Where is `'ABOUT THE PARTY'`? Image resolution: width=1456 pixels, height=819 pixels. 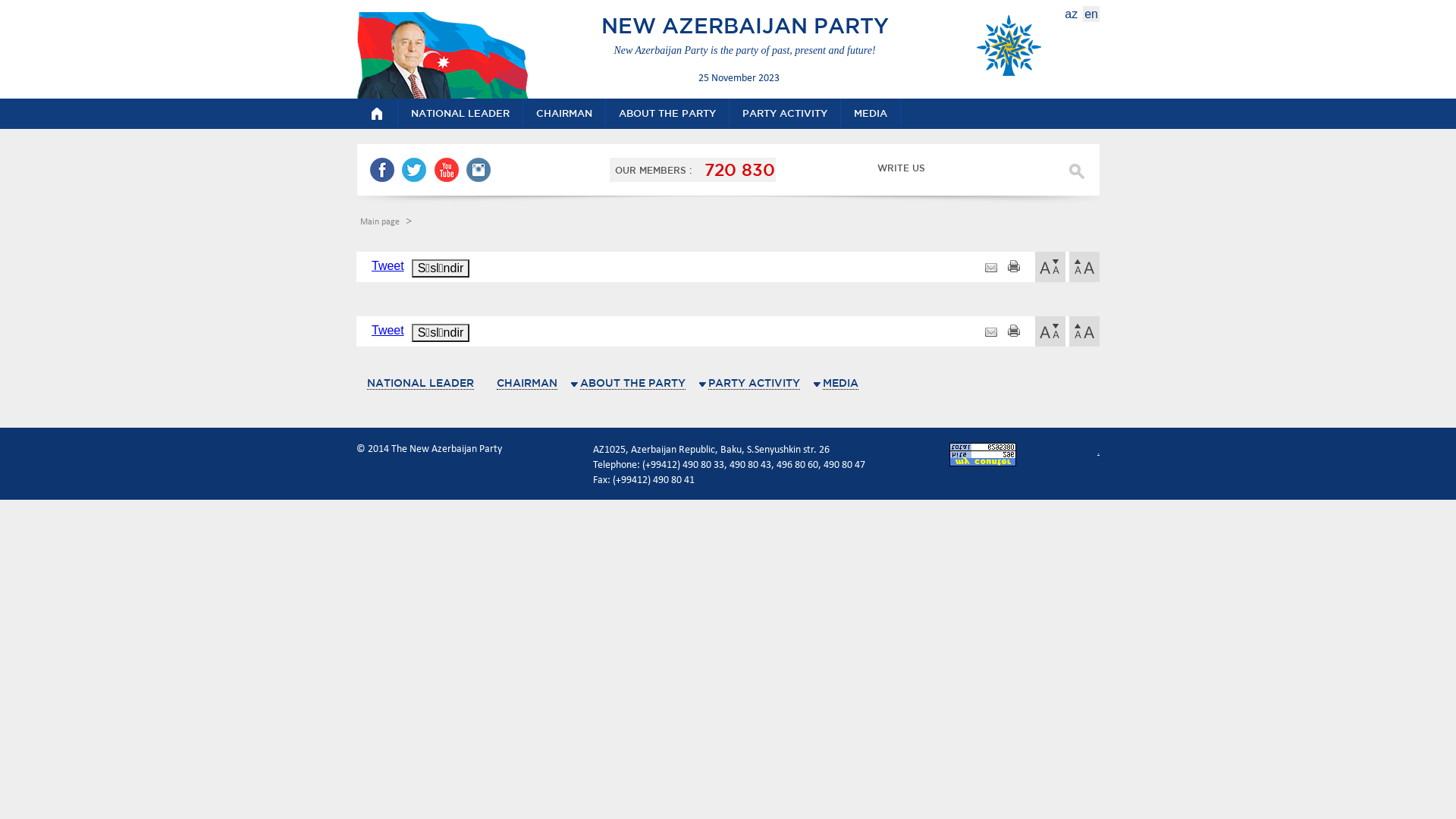
'ABOUT THE PARTY' is located at coordinates (667, 112).